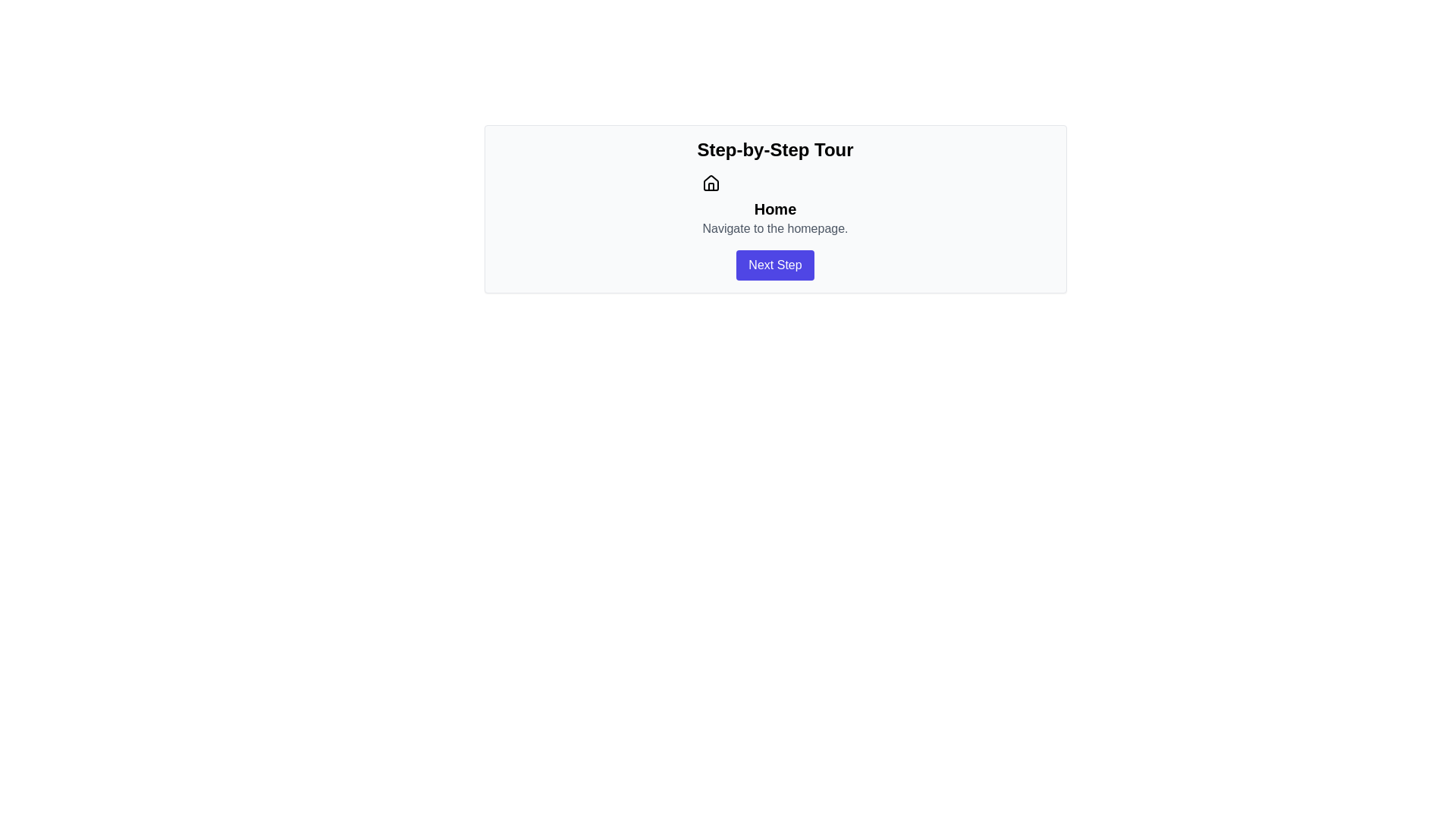 The image size is (1456, 819). What do you see at coordinates (711, 183) in the screenshot?
I see `the homepage icon located at the top section of the card layout` at bounding box center [711, 183].